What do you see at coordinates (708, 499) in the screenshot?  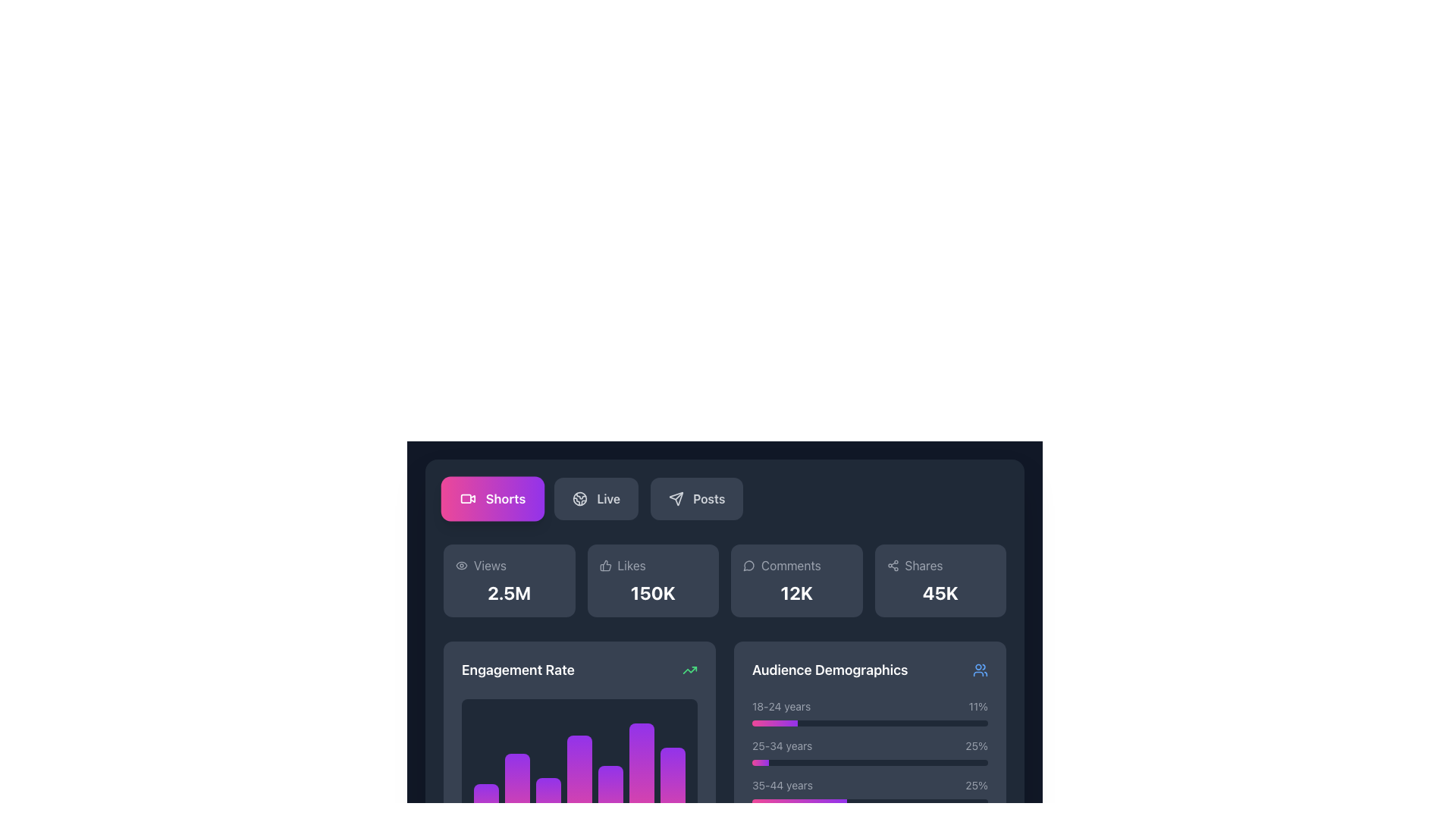 I see `the text label inside the navigation button that identifies the section related to posts, which is located on the rightmost side of a group of three buttons` at bounding box center [708, 499].